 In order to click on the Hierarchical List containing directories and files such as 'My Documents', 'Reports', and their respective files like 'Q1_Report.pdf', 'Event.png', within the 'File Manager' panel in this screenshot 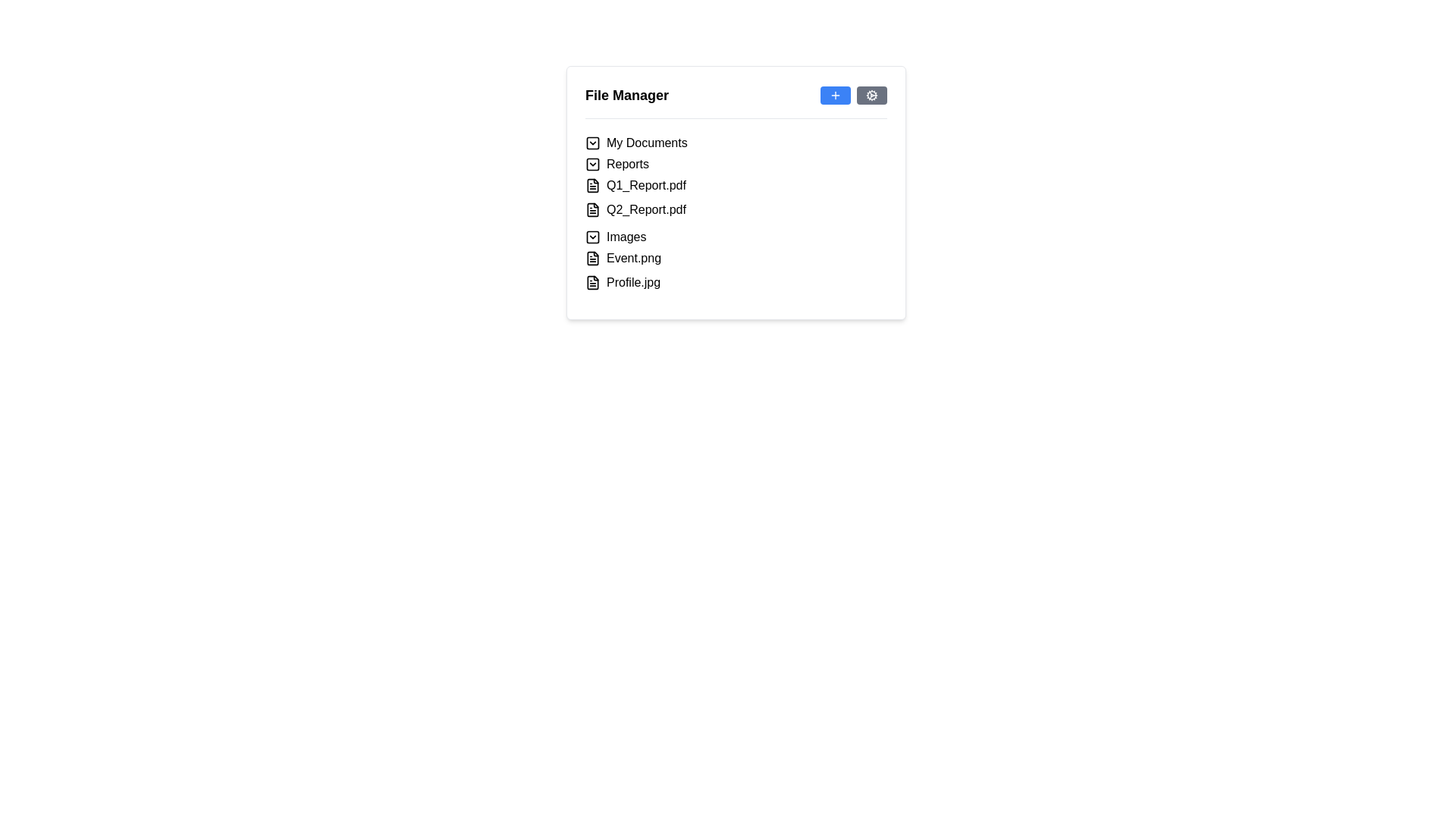, I will do `click(736, 216)`.